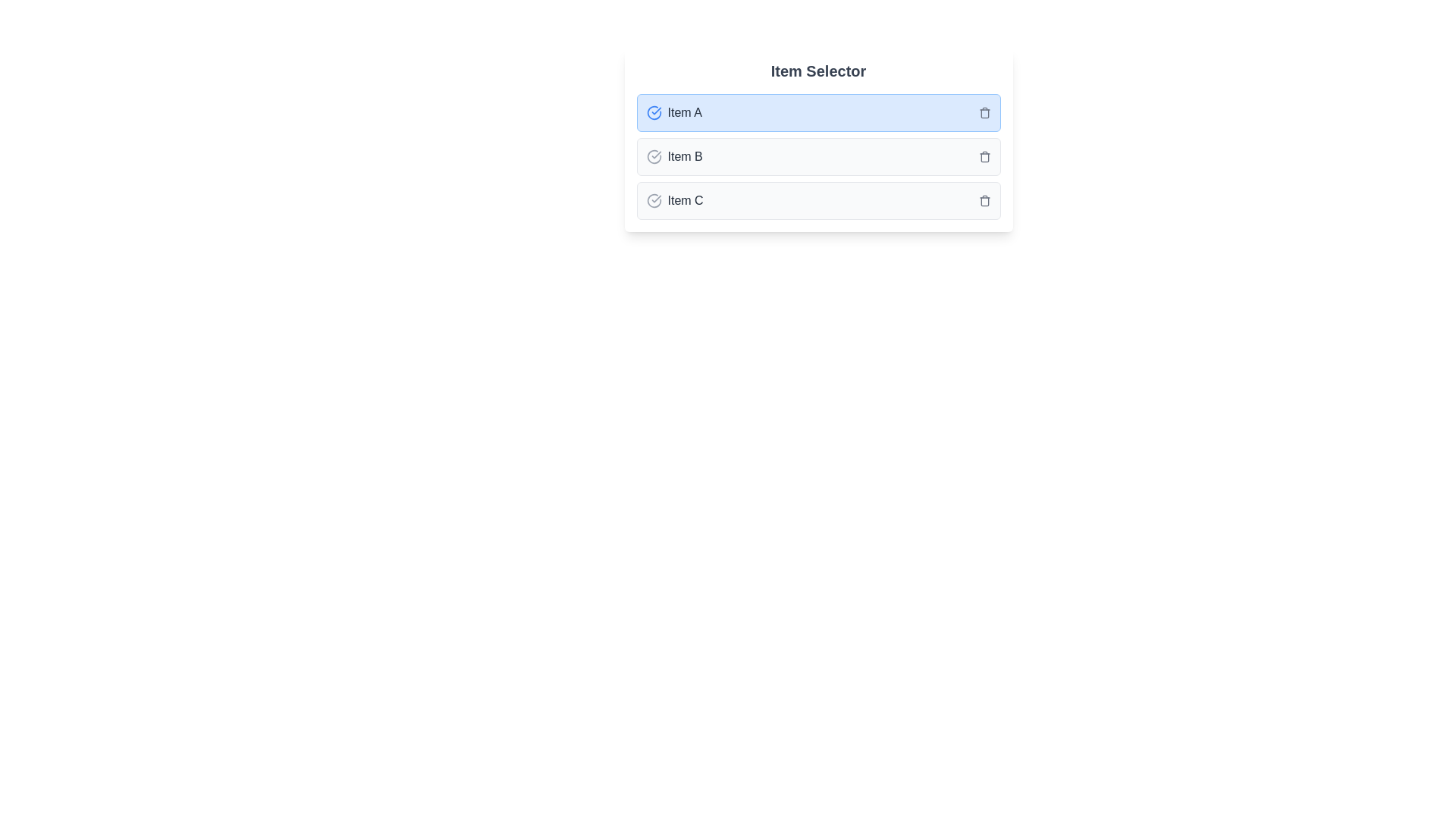 The width and height of the screenshot is (1456, 819). What do you see at coordinates (817, 157) in the screenshot?
I see `the second item in the selectable list` at bounding box center [817, 157].